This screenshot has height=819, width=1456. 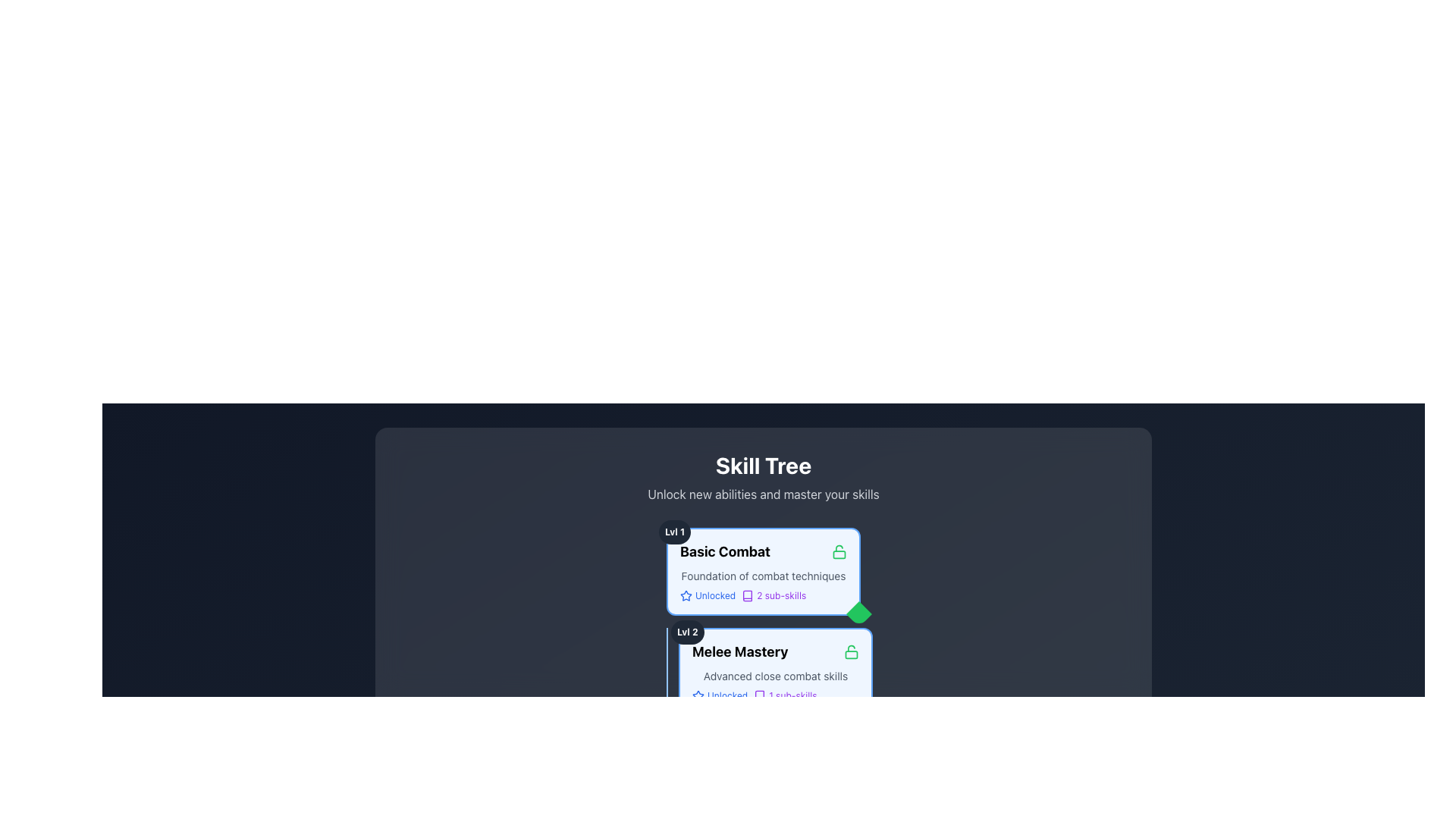 What do you see at coordinates (764, 494) in the screenshot?
I see `the subtitle text 'Unlock new abilities and master your skills.' located directly beneath the bold header 'Skill Tree.'` at bounding box center [764, 494].